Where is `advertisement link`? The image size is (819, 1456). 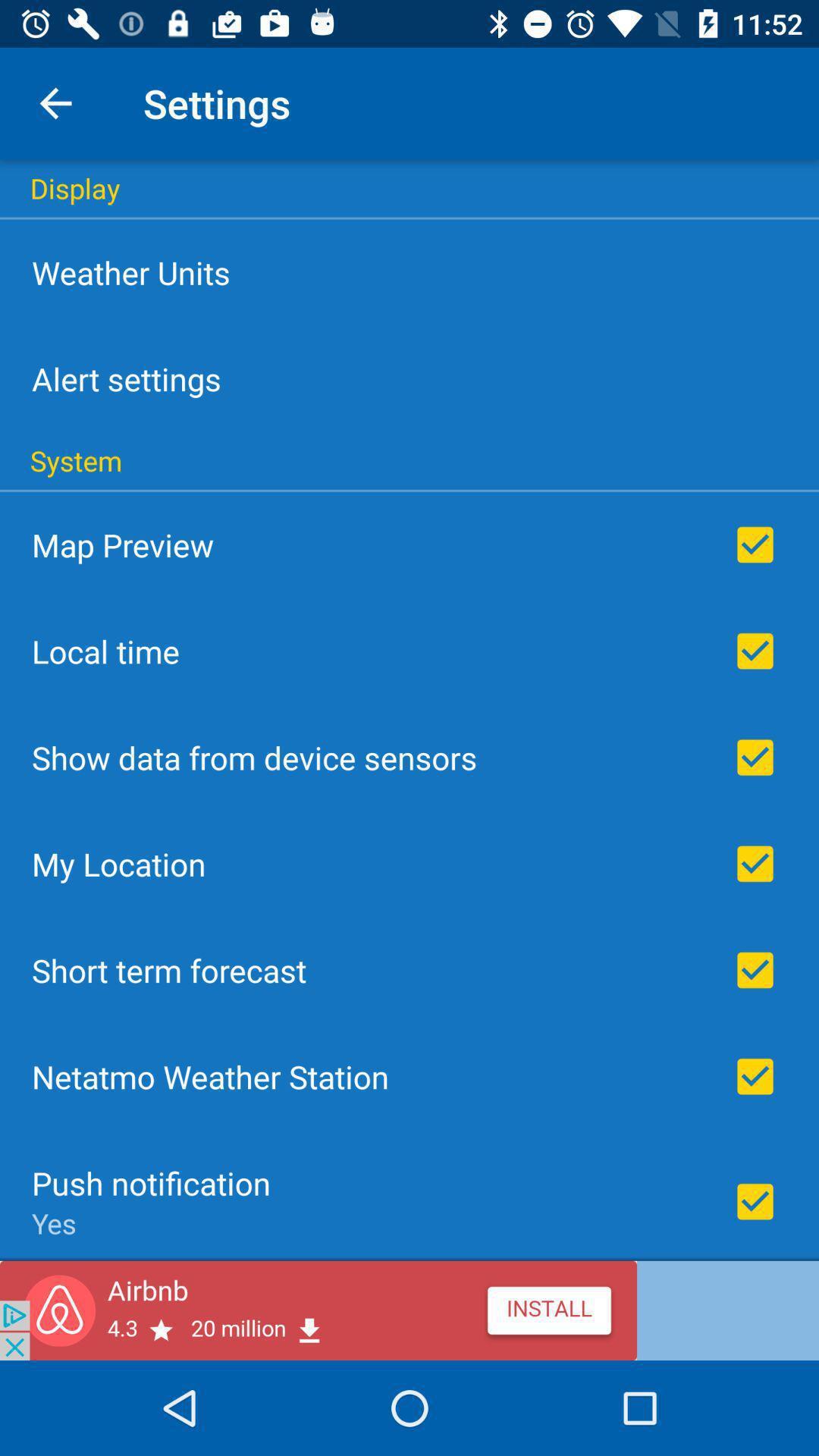
advertisement link is located at coordinates (409, 1310).